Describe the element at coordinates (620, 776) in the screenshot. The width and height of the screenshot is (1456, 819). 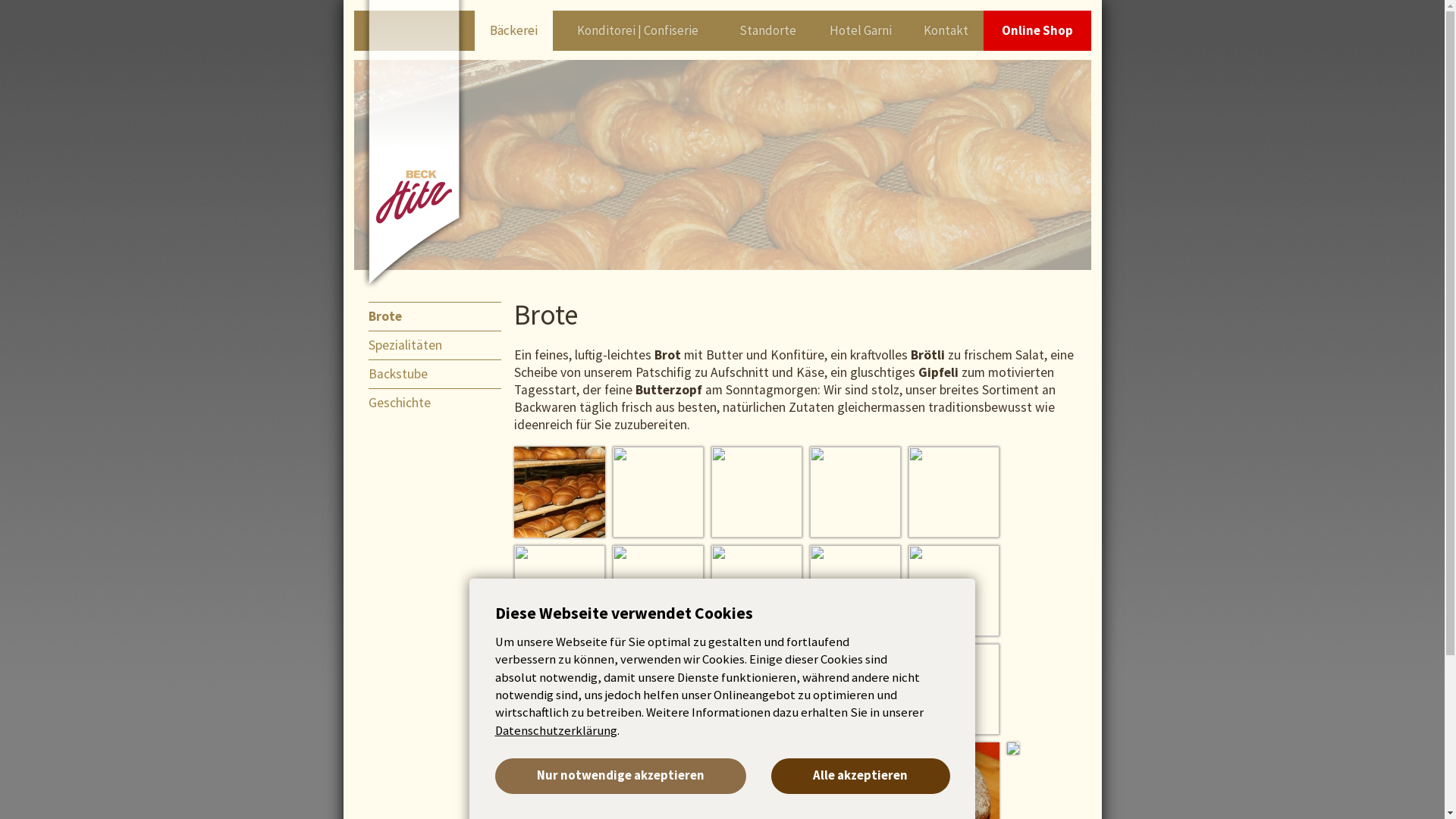
I see `'Nur notwendige akzeptieren'` at that location.